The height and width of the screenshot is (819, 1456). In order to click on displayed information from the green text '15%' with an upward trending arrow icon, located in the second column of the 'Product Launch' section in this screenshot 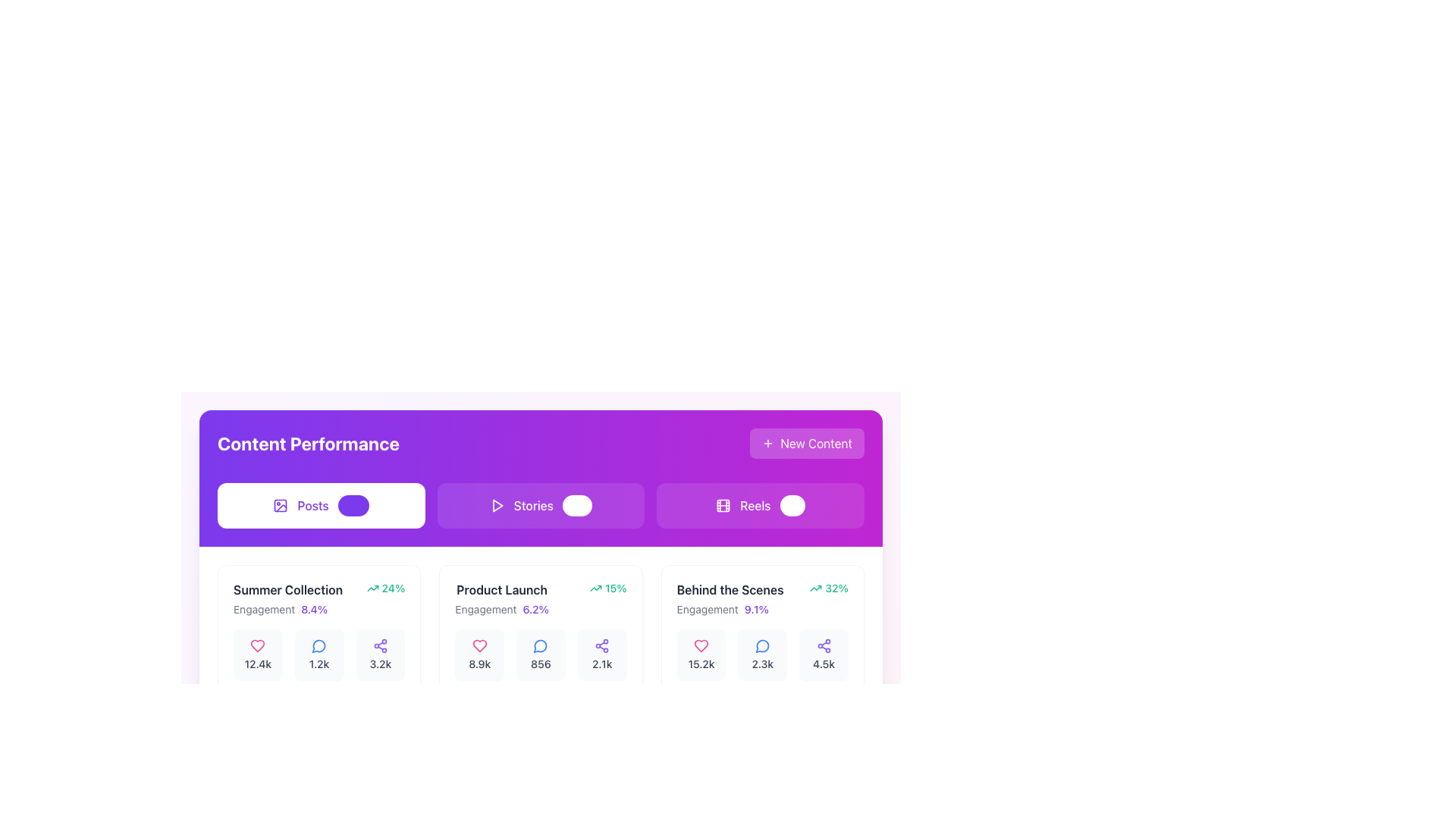, I will do `click(608, 587)`.